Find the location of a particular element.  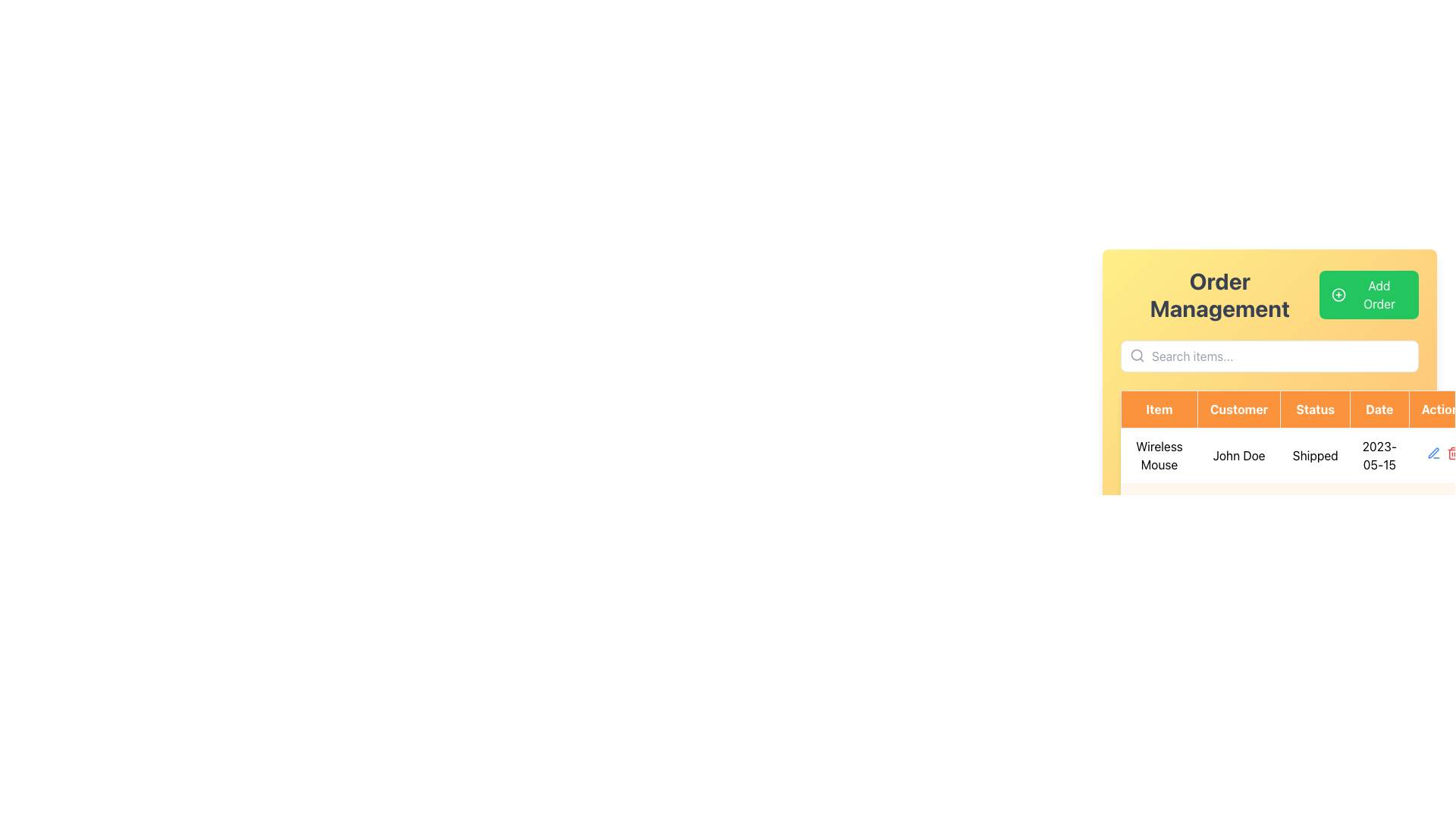

the 'Order Management' text label, which serves as a section header and is located at the top-left corner of its section, to the left of the 'Add Order' button is located at coordinates (1219, 295).